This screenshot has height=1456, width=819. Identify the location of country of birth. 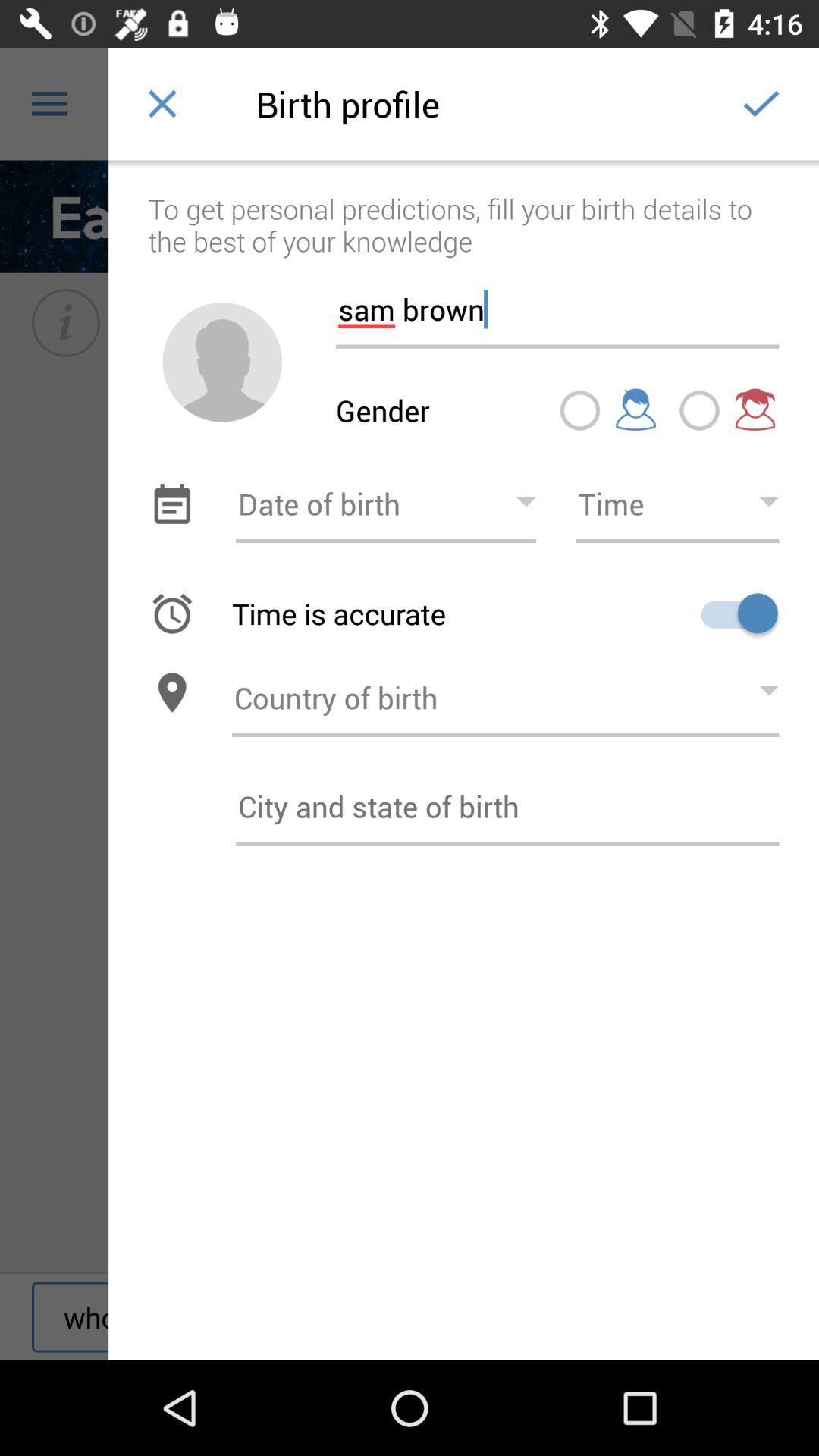
(505, 692).